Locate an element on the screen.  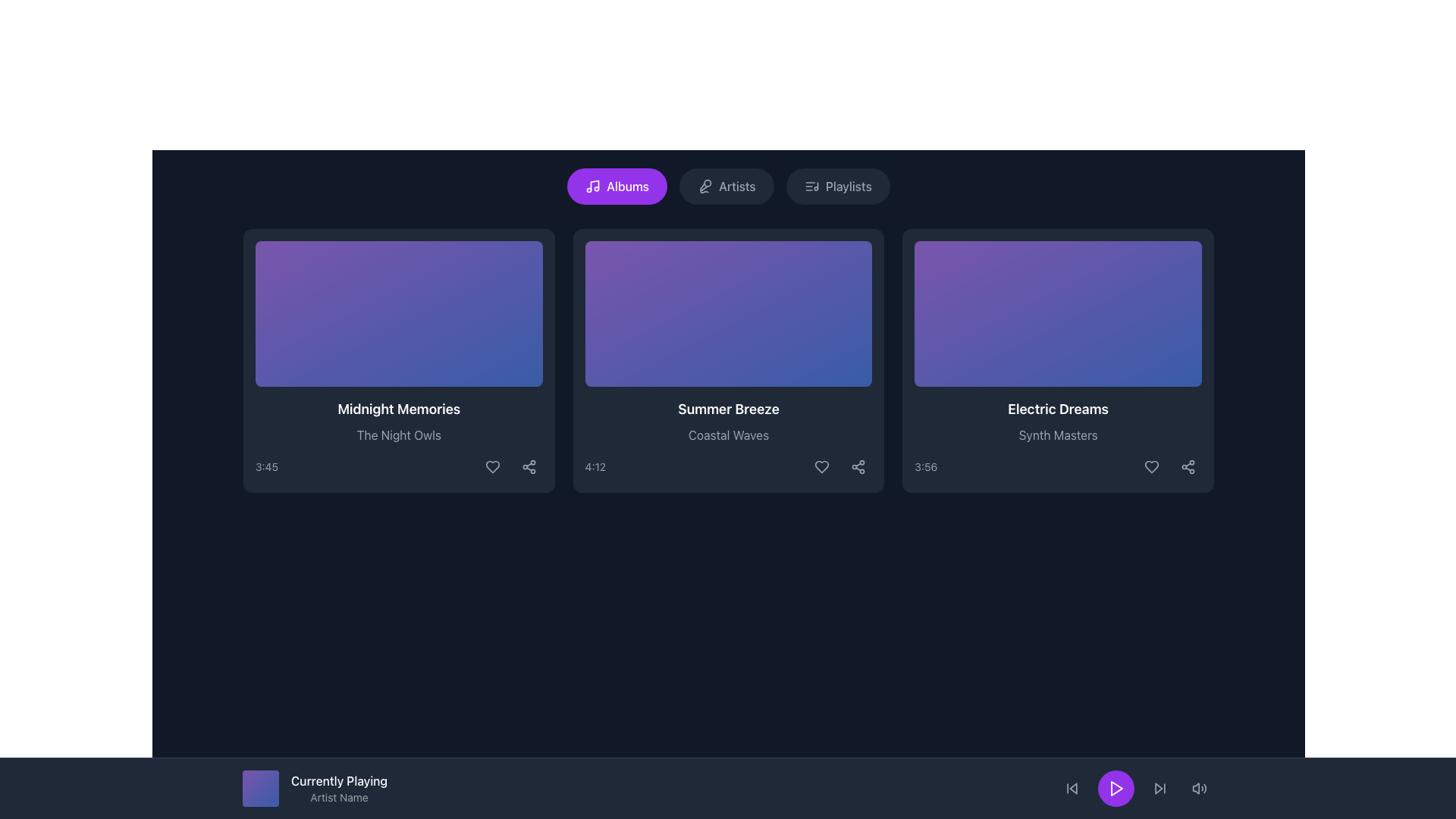
the heart-shaped icon outlined in light gray, located at the bottom-right section of the 'Midnight Memories' album card is located at coordinates (492, 466).